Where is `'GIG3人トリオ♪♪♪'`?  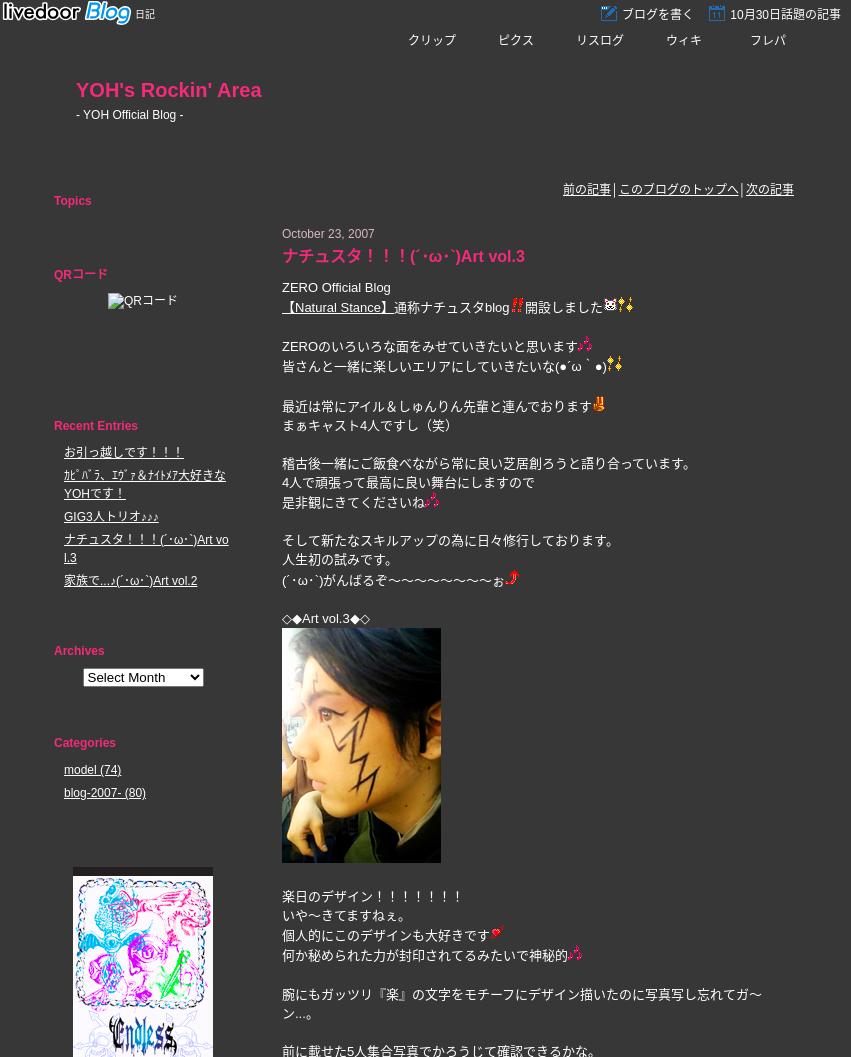
'GIG3人トリオ♪♪♪' is located at coordinates (63, 516).